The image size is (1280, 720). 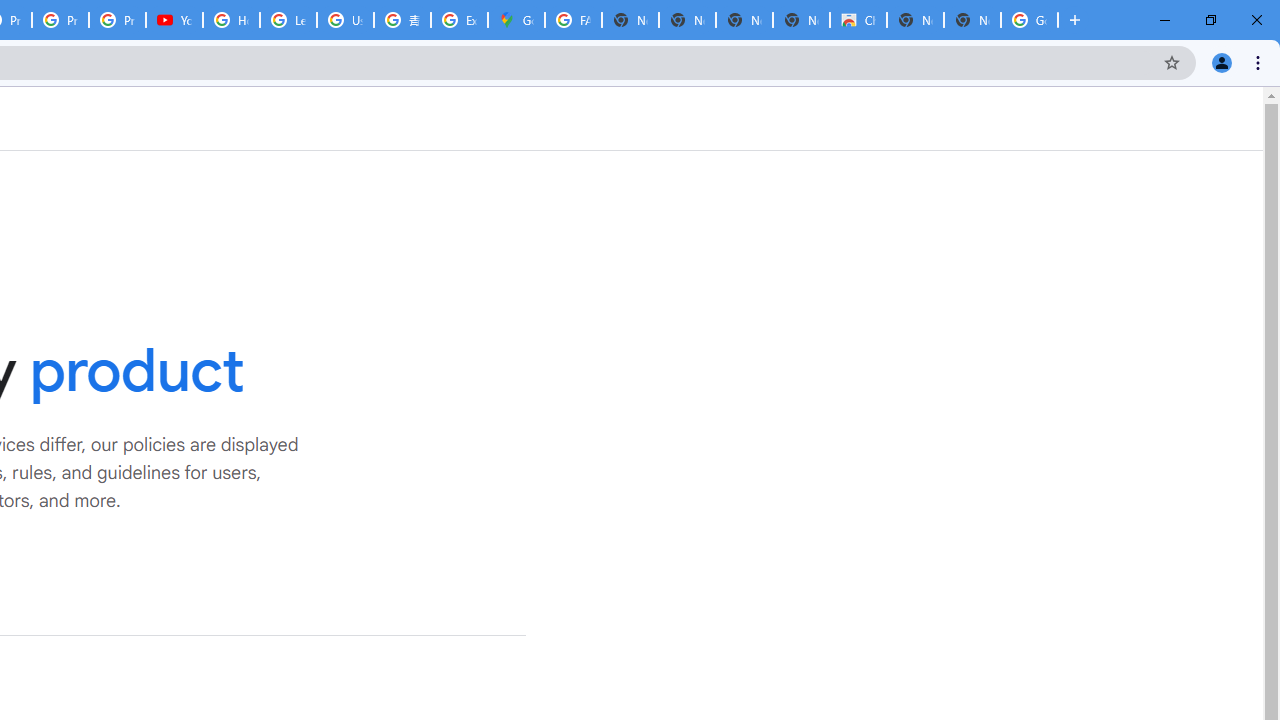 I want to click on 'New Tab', so click(x=972, y=20).